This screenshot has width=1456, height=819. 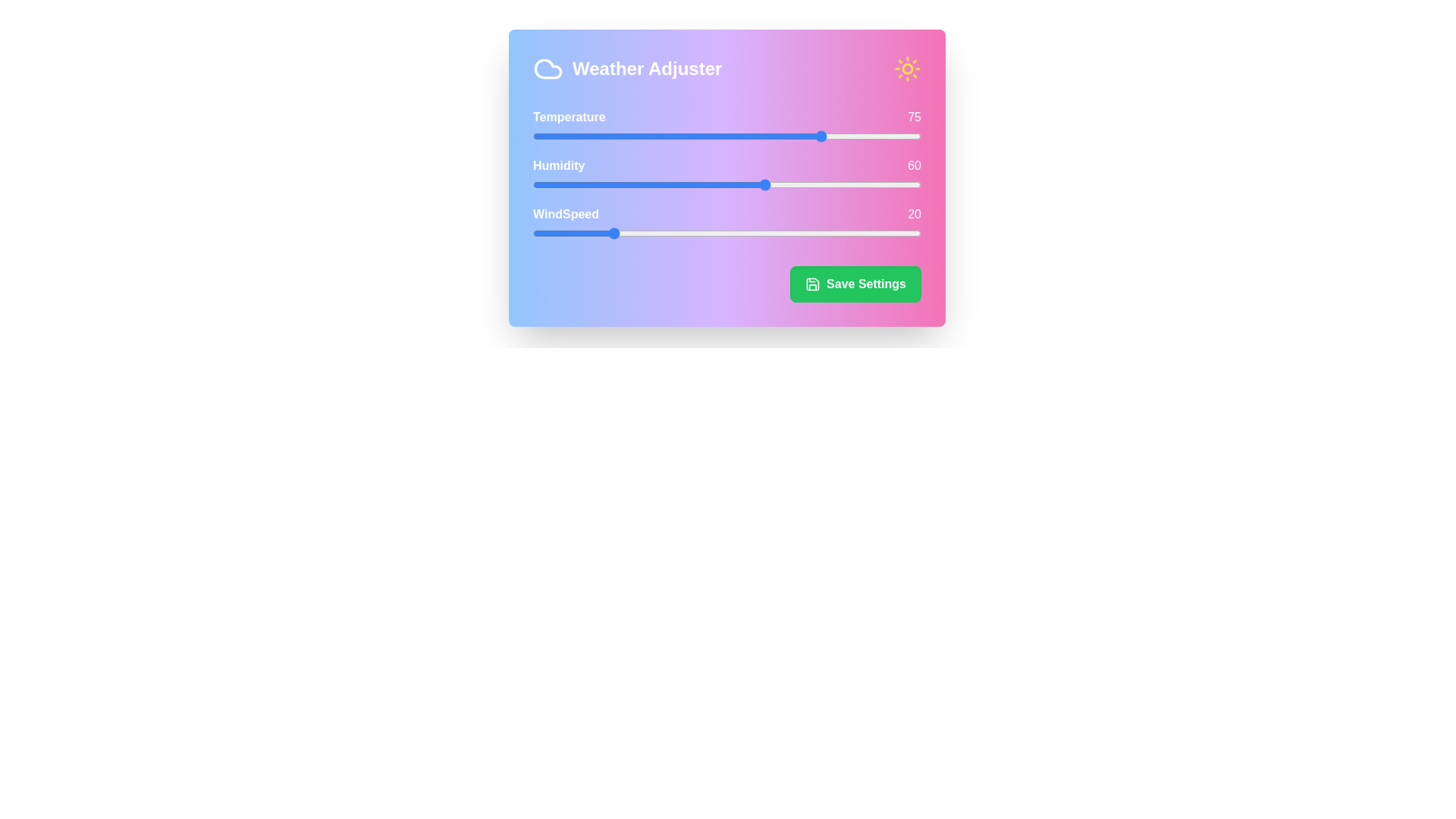 What do you see at coordinates (843, 234) in the screenshot?
I see `the wind speed` at bounding box center [843, 234].